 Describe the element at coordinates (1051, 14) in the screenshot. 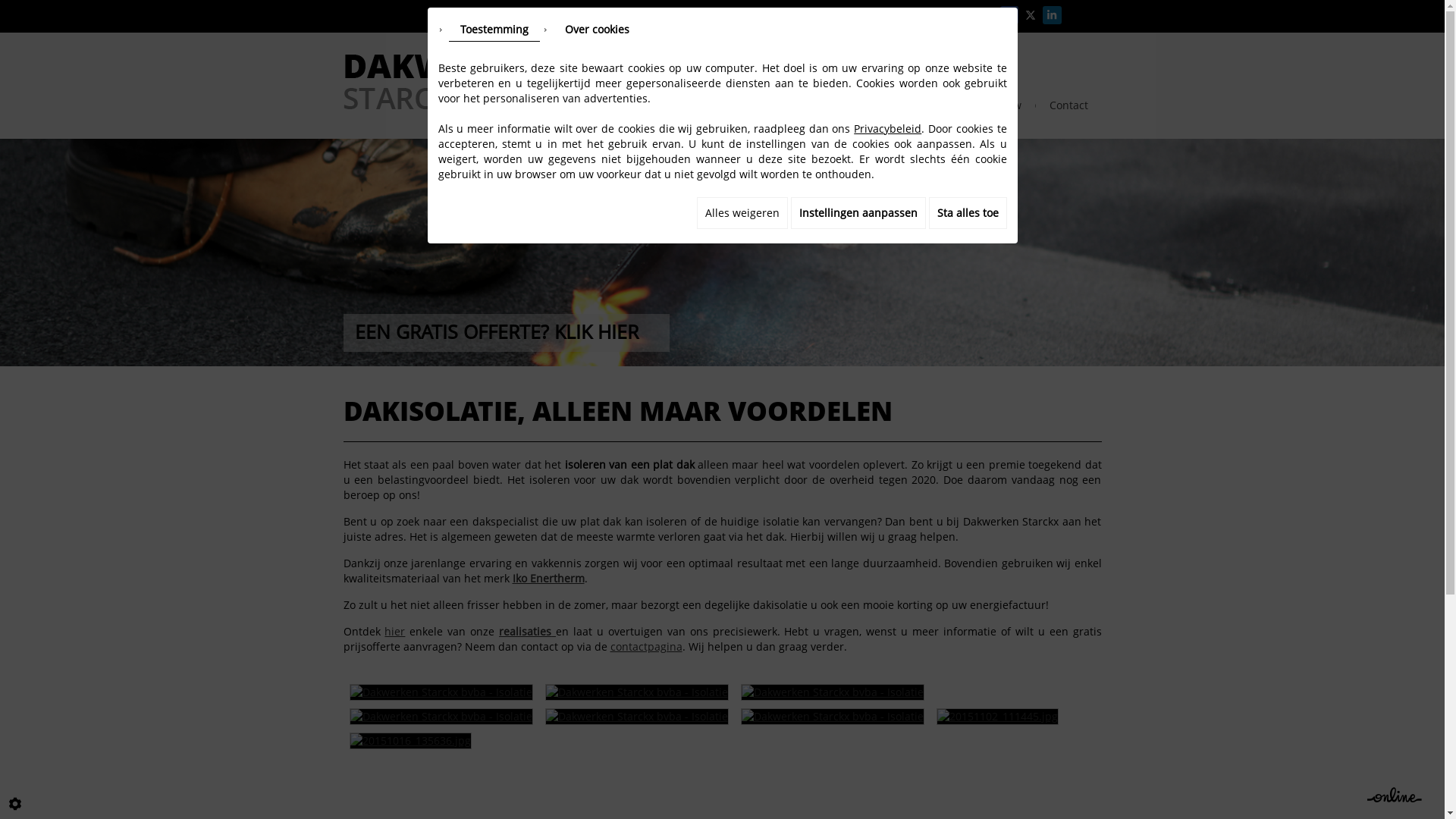

I see `'LinkedIn'` at that location.